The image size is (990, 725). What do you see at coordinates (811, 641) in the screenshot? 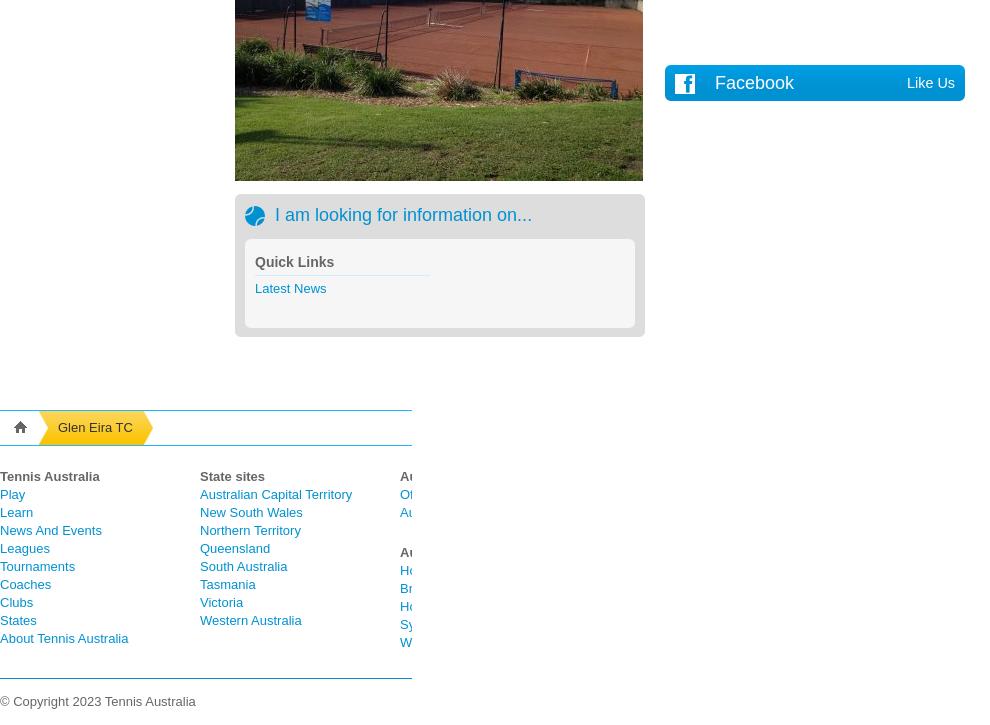
I see `'RSS'` at bounding box center [811, 641].